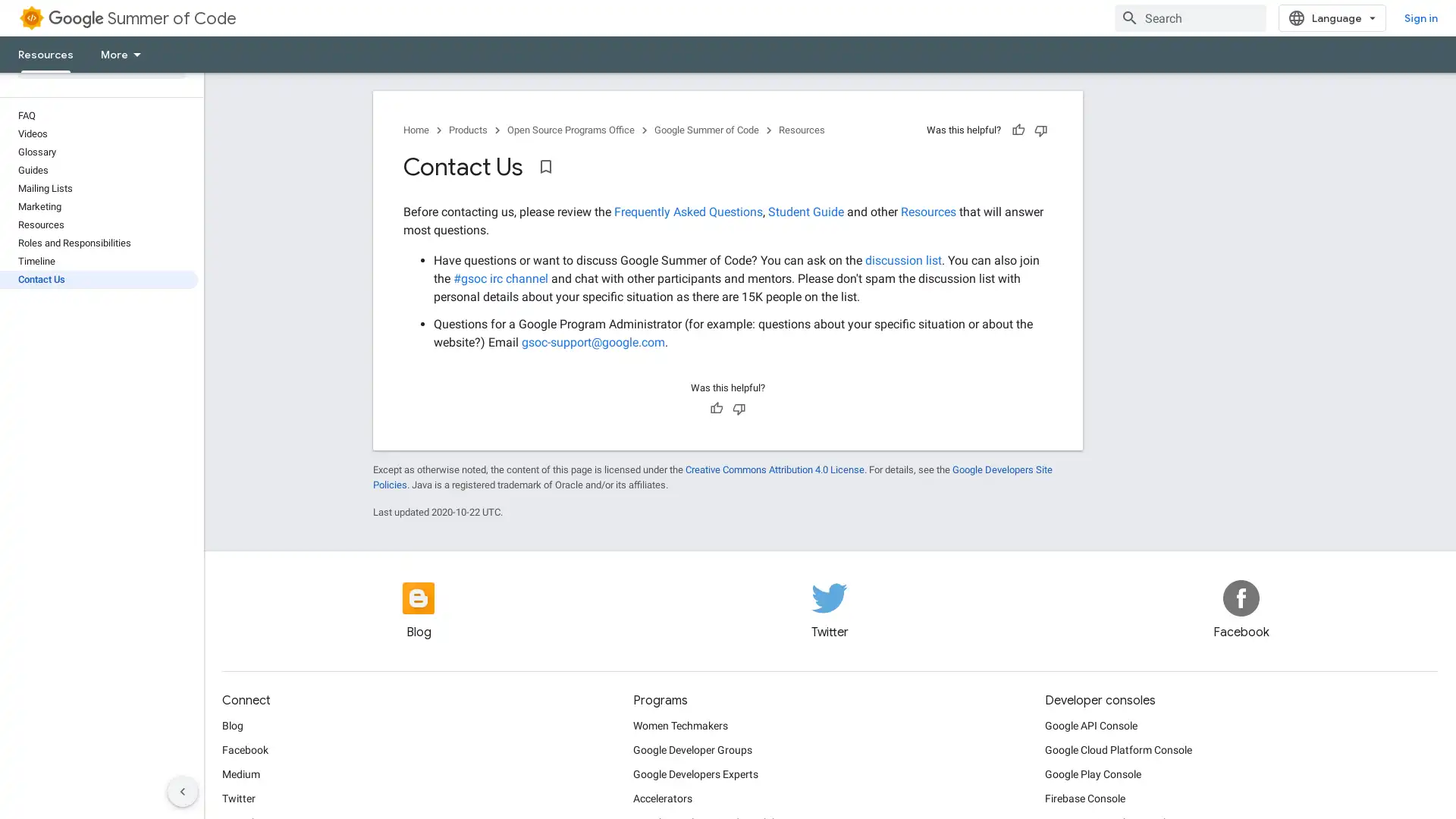 Image resolution: width=1456 pixels, height=819 pixels. Describe the element at coordinates (739, 408) in the screenshot. I see `Not helpful` at that location.